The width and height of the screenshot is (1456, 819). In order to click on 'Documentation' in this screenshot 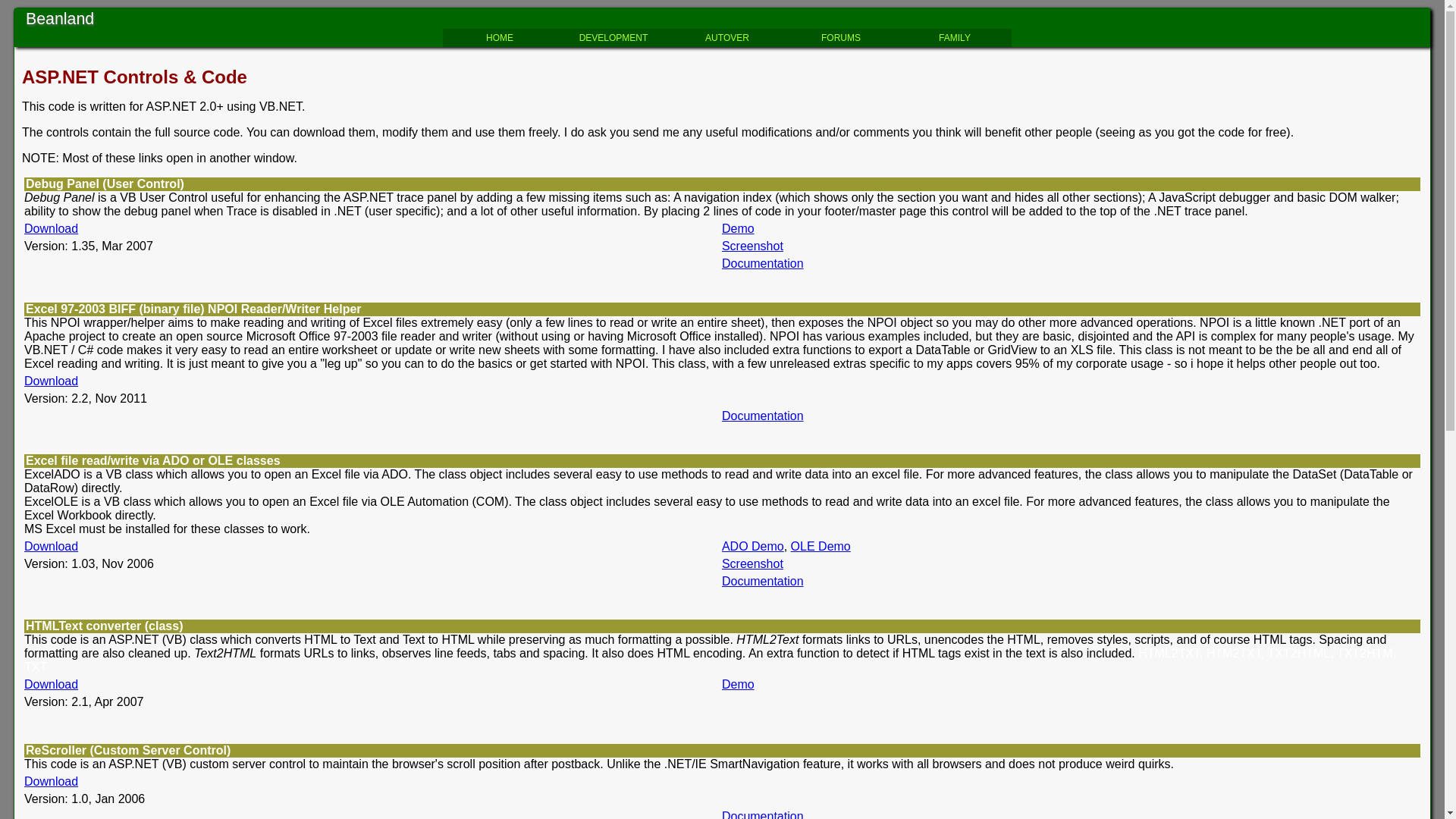, I will do `click(720, 580)`.